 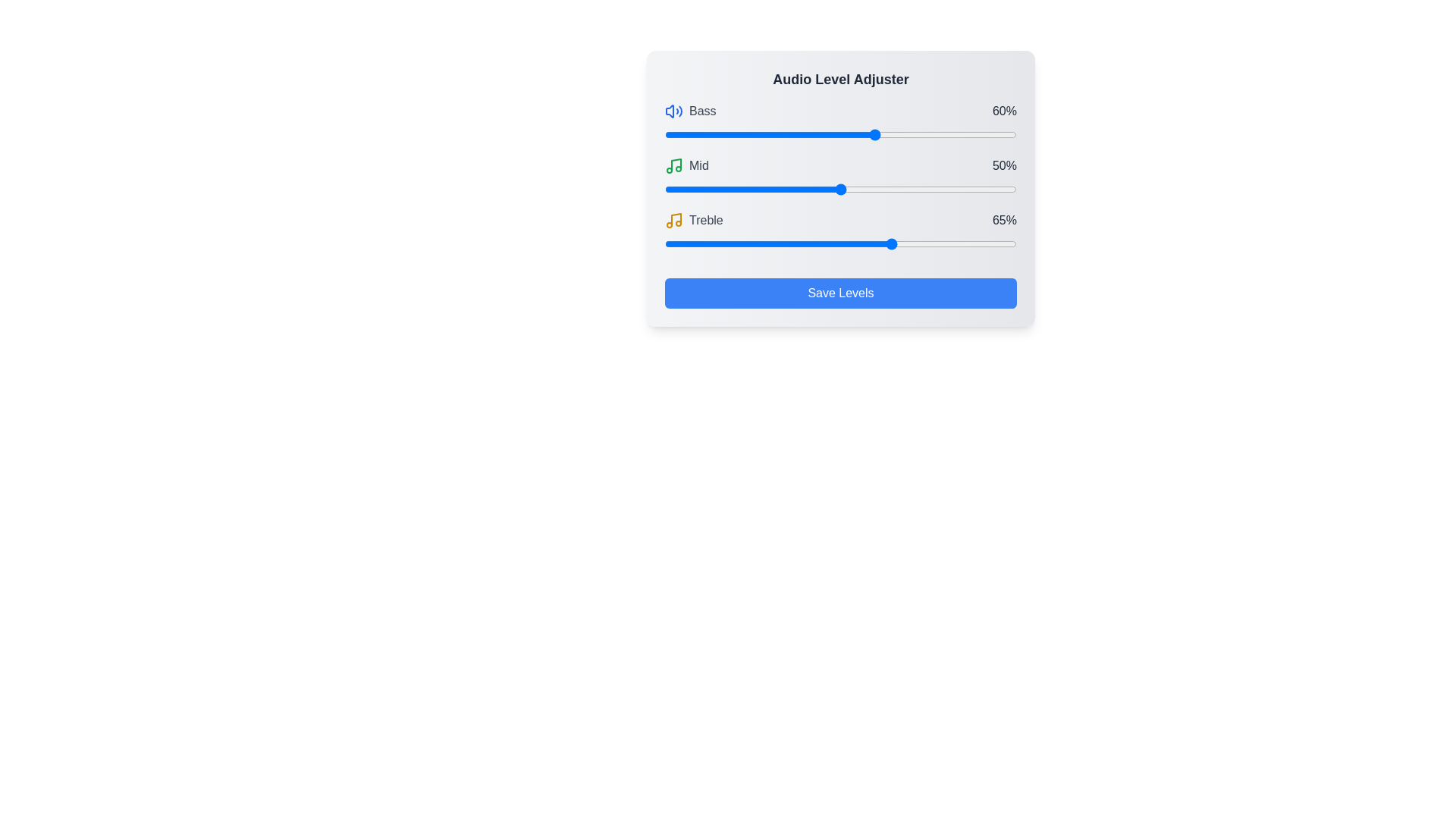 What do you see at coordinates (693, 220) in the screenshot?
I see `the 'treble' audio level controls label, which is located between the yellow musical note icon and the text '65%' in the audio adjustment interface` at bounding box center [693, 220].